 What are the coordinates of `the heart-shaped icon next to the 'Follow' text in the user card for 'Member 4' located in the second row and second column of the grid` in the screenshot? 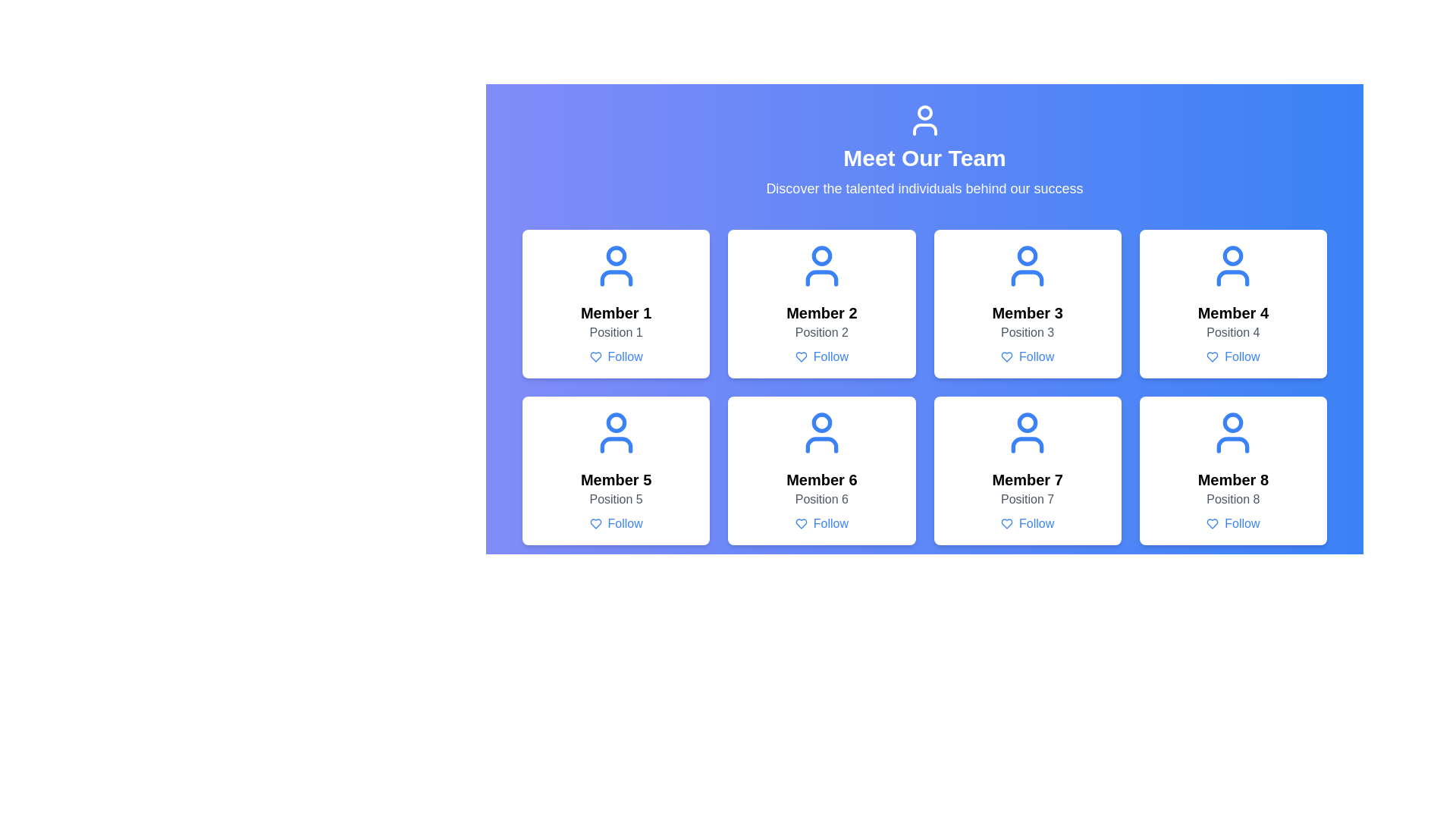 It's located at (1212, 356).